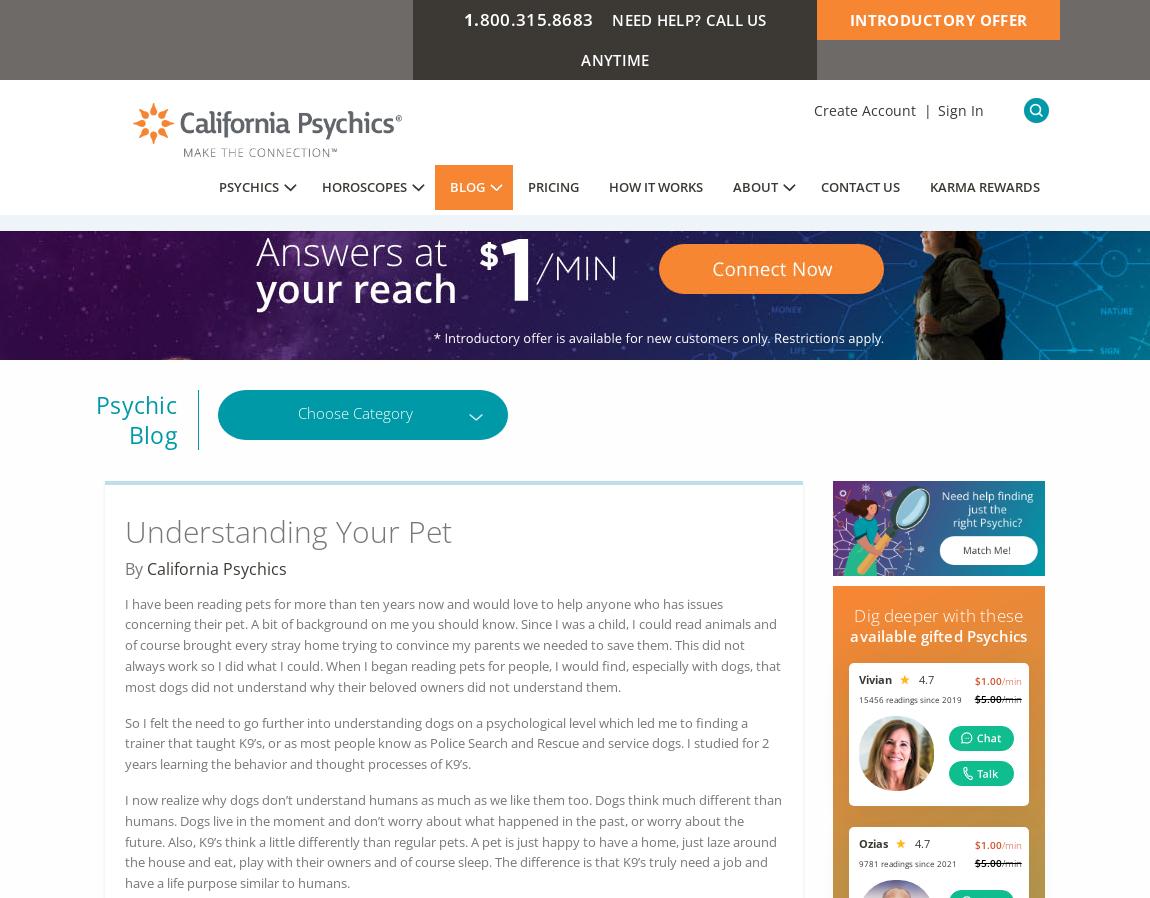 Image resolution: width=1150 pixels, height=898 pixels. What do you see at coordinates (672, 38) in the screenshot?
I see `'Need Help? Call us anytime'` at bounding box center [672, 38].